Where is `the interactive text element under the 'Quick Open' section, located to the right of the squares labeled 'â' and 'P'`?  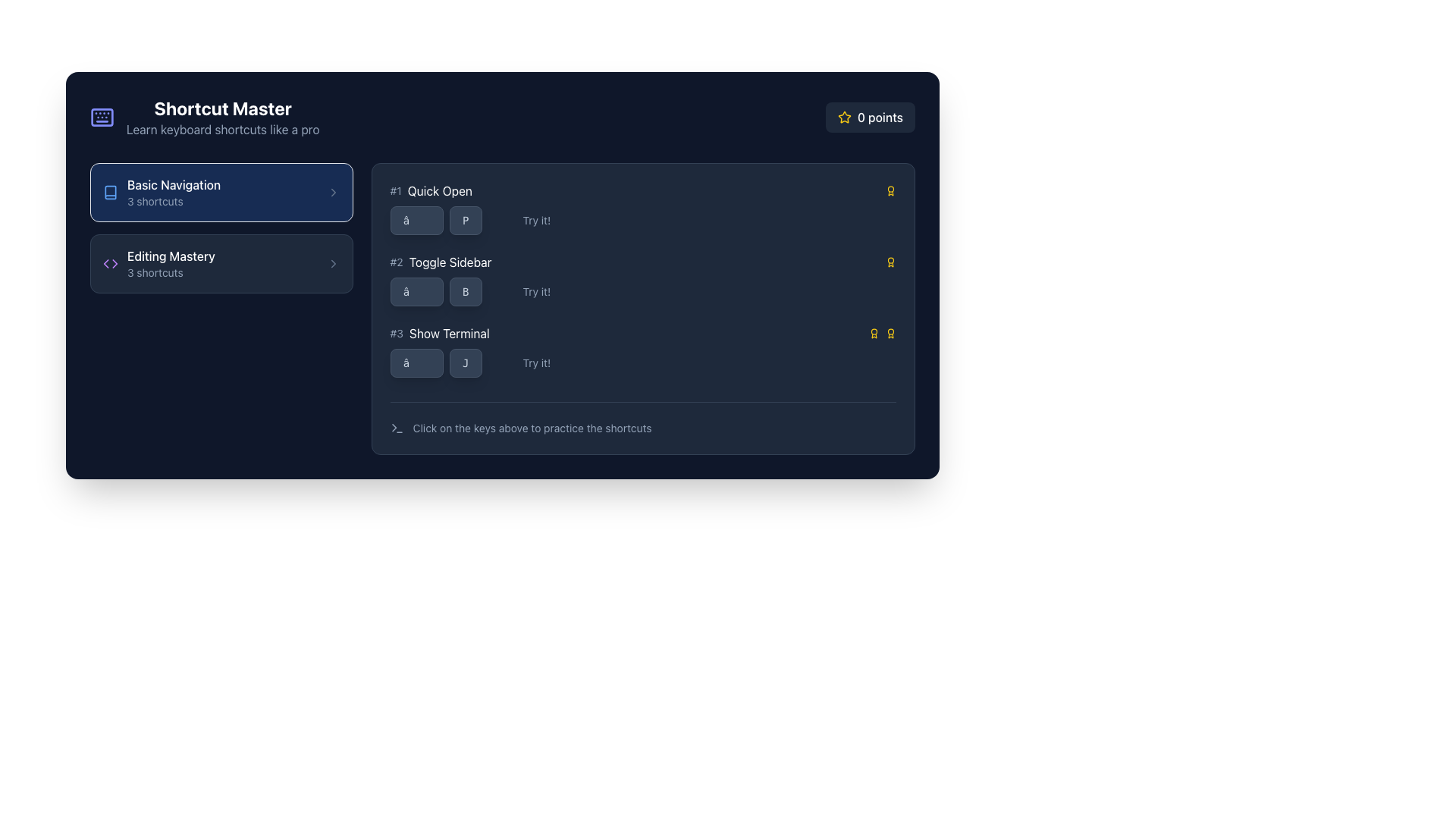
the interactive text element under the 'Quick Open' section, located to the right of the squares labeled 'â' and 'P' is located at coordinates (643, 220).